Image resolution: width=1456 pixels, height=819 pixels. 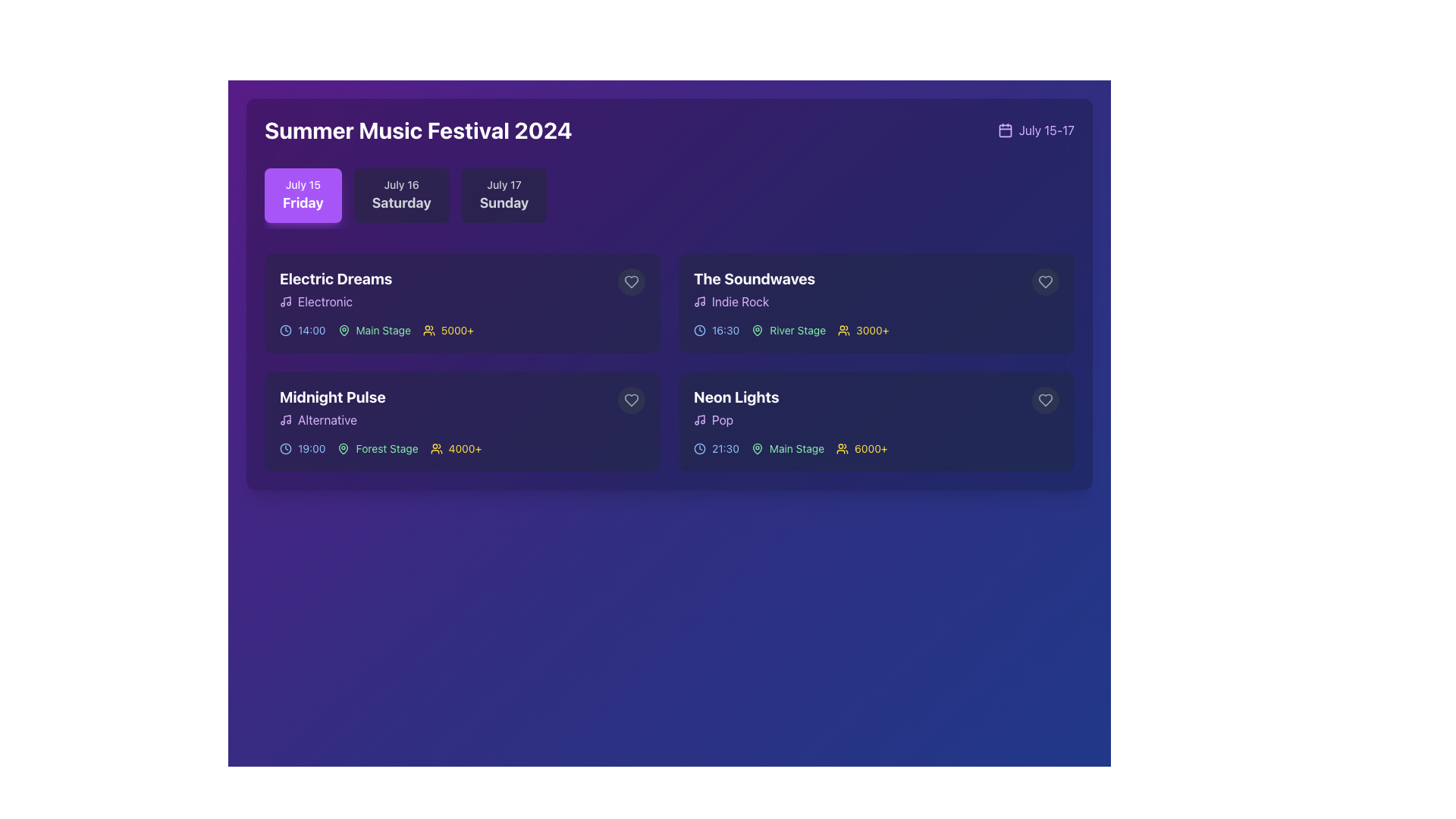 What do you see at coordinates (303, 202) in the screenshot?
I see `the bold text reading 'Friday' which is styled with a large font size and white color on a purple background, located within an interactive card component` at bounding box center [303, 202].